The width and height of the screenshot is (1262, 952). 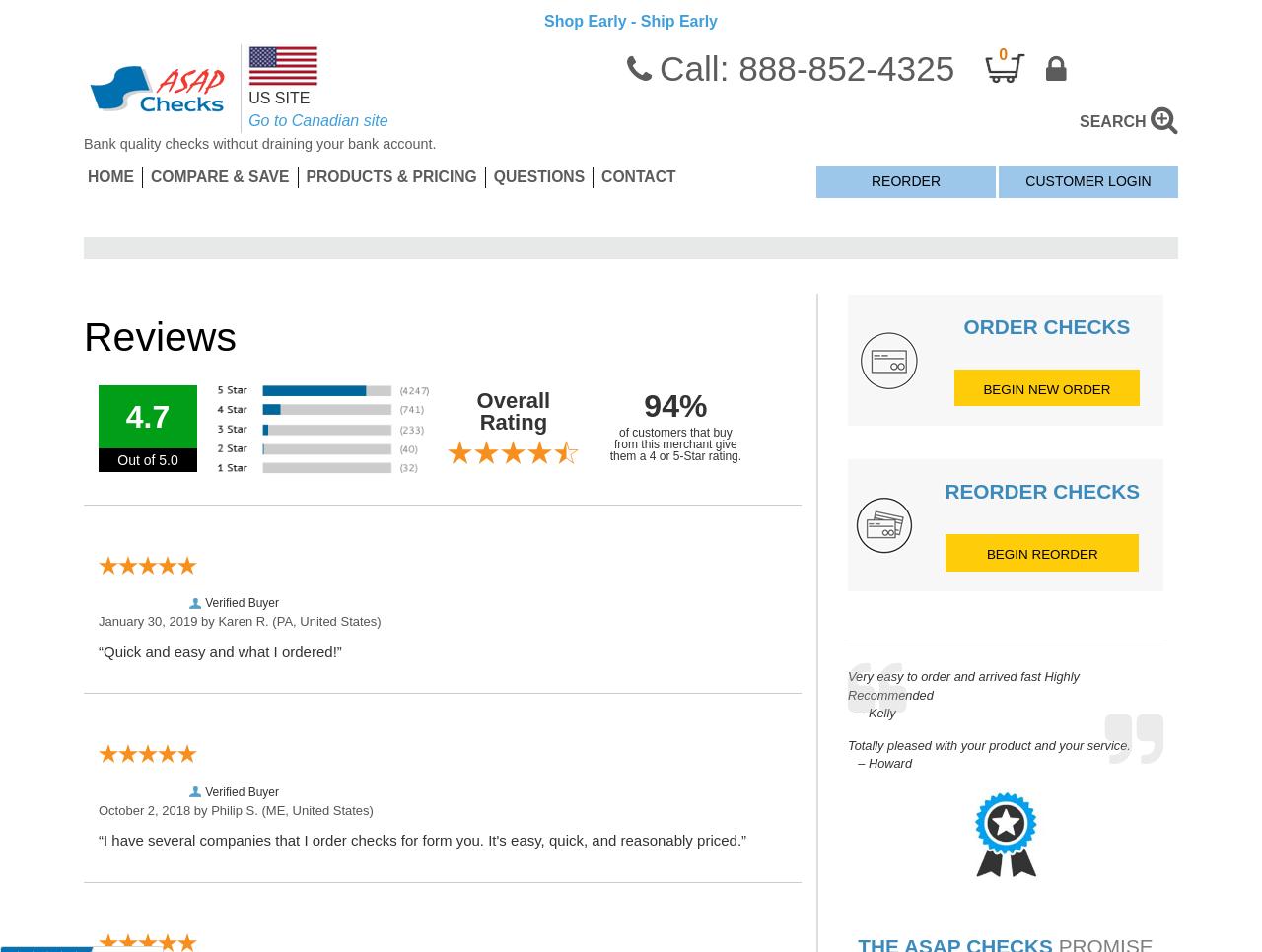 What do you see at coordinates (146, 459) in the screenshot?
I see `'Out of 5.0'` at bounding box center [146, 459].